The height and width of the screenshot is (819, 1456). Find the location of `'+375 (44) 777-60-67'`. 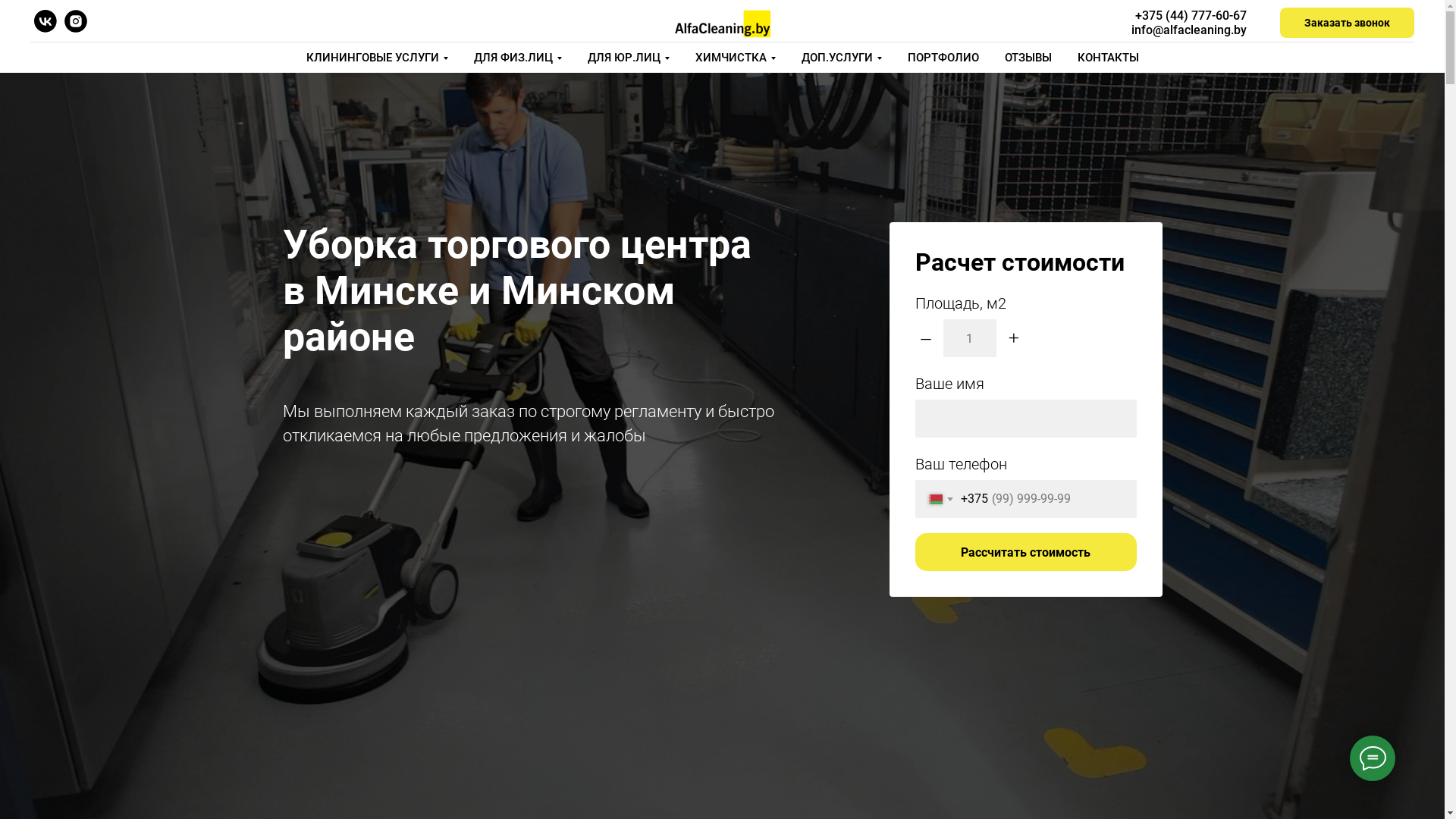

'+375 (44) 777-60-67' is located at coordinates (1190, 15).